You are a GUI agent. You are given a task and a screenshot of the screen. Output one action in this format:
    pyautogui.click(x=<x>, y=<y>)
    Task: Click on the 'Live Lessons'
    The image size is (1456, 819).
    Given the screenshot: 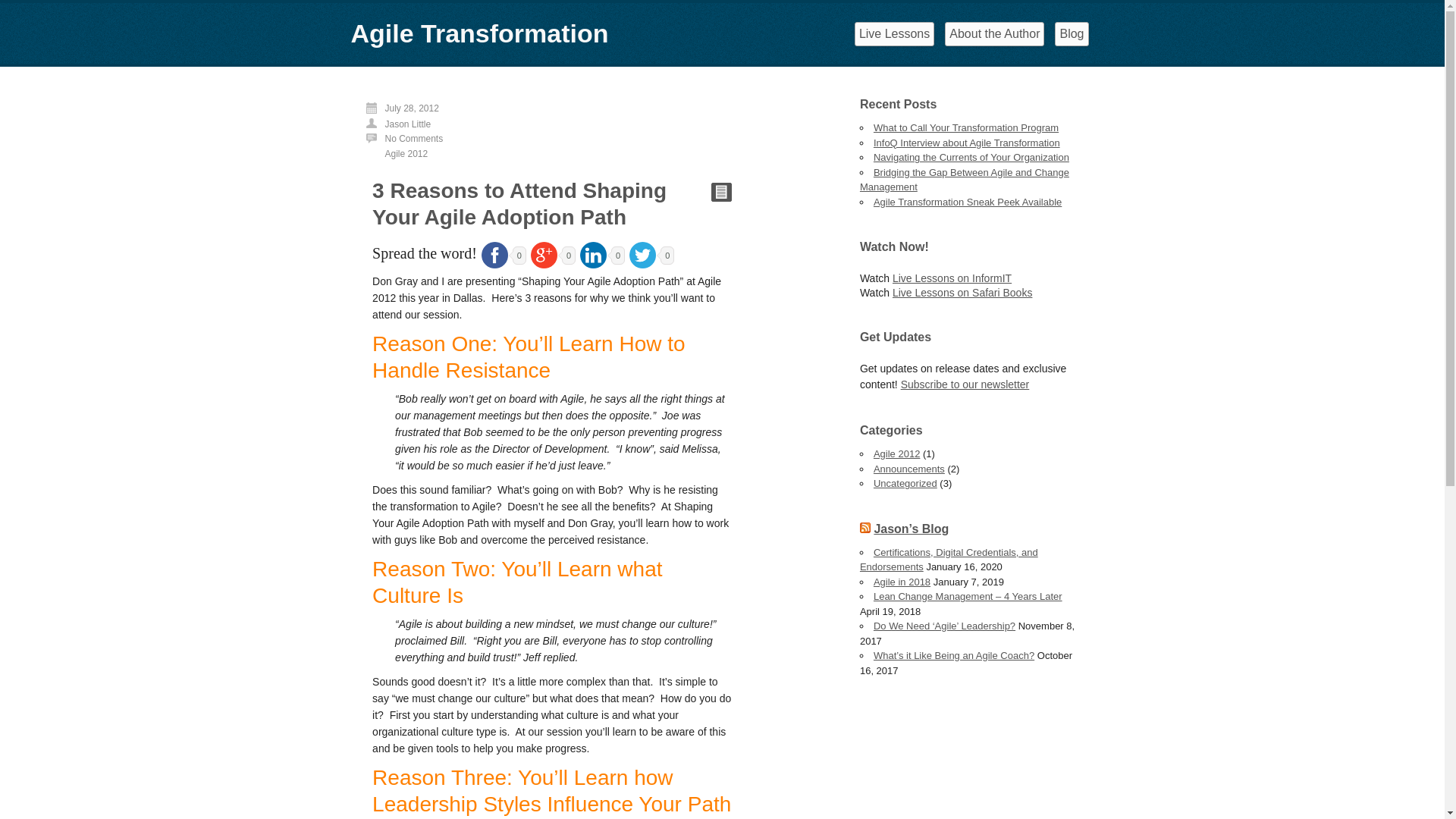 What is the action you would take?
    pyautogui.click(x=894, y=34)
    